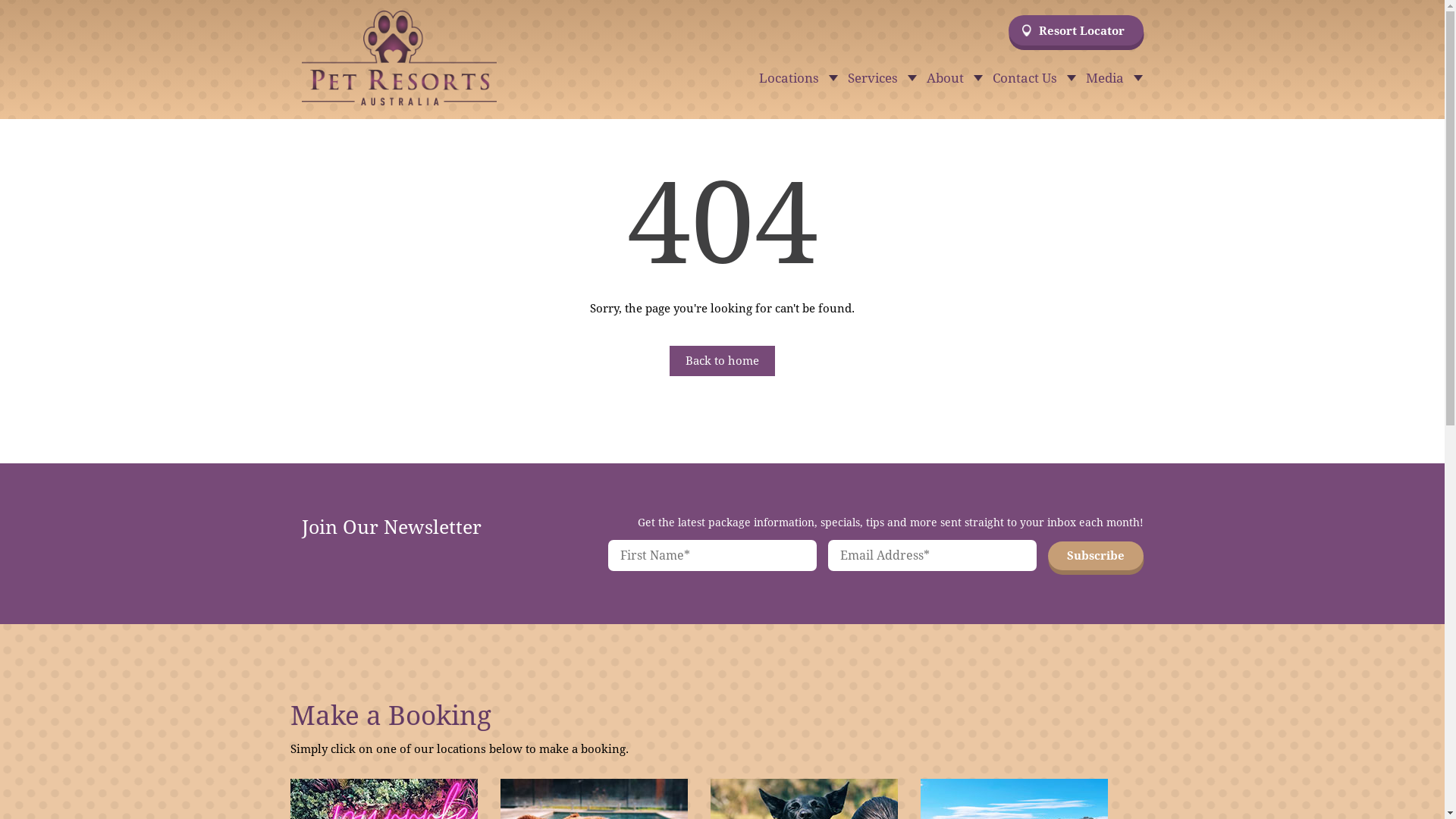  What do you see at coordinates (721, 360) in the screenshot?
I see `'Back to home'` at bounding box center [721, 360].